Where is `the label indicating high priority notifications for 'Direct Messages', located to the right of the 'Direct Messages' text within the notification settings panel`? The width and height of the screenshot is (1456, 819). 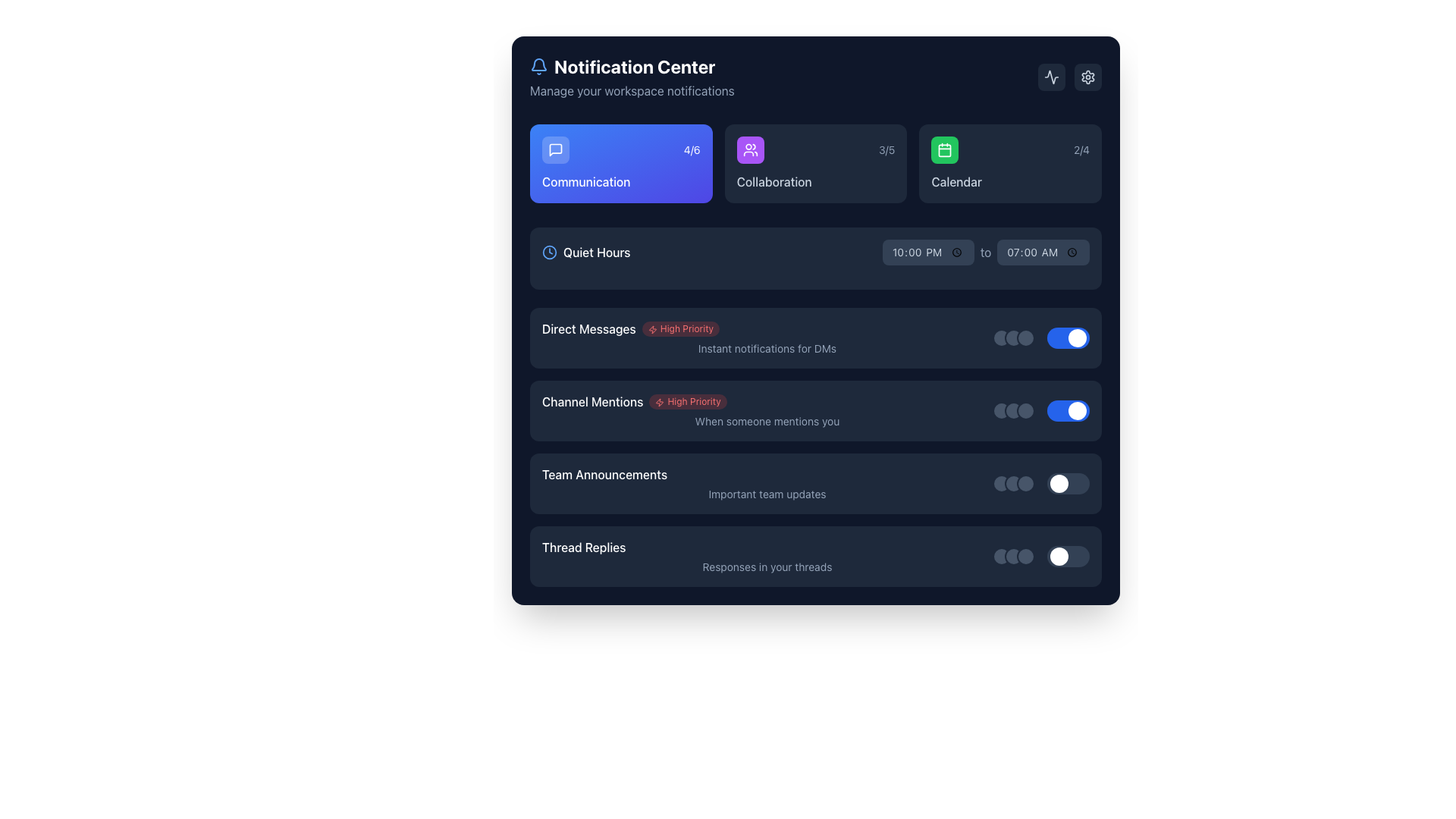
the label indicating high priority notifications for 'Direct Messages', located to the right of the 'Direct Messages' text within the notification settings panel is located at coordinates (679, 328).